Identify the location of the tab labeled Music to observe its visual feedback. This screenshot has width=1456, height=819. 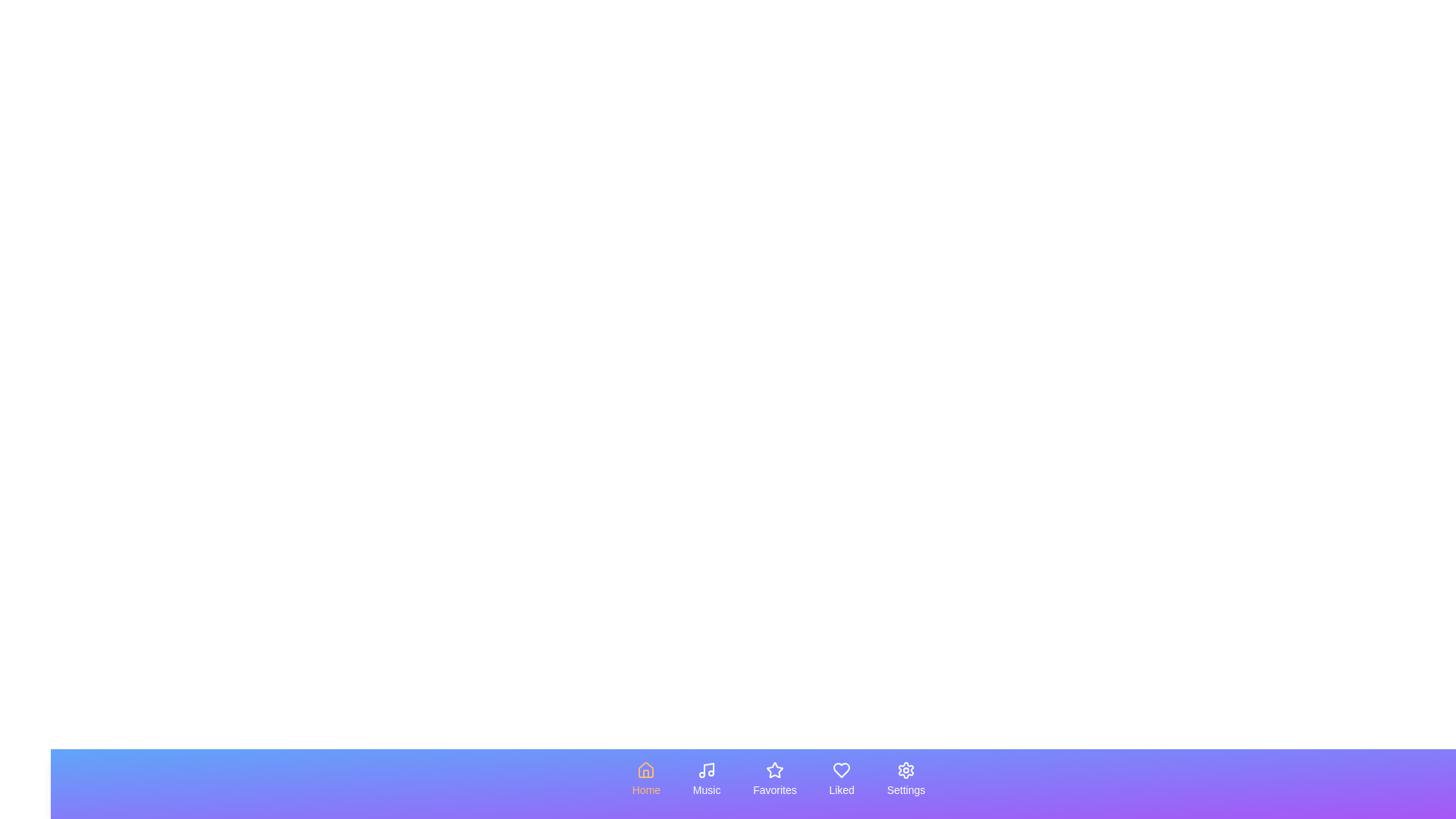
(705, 780).